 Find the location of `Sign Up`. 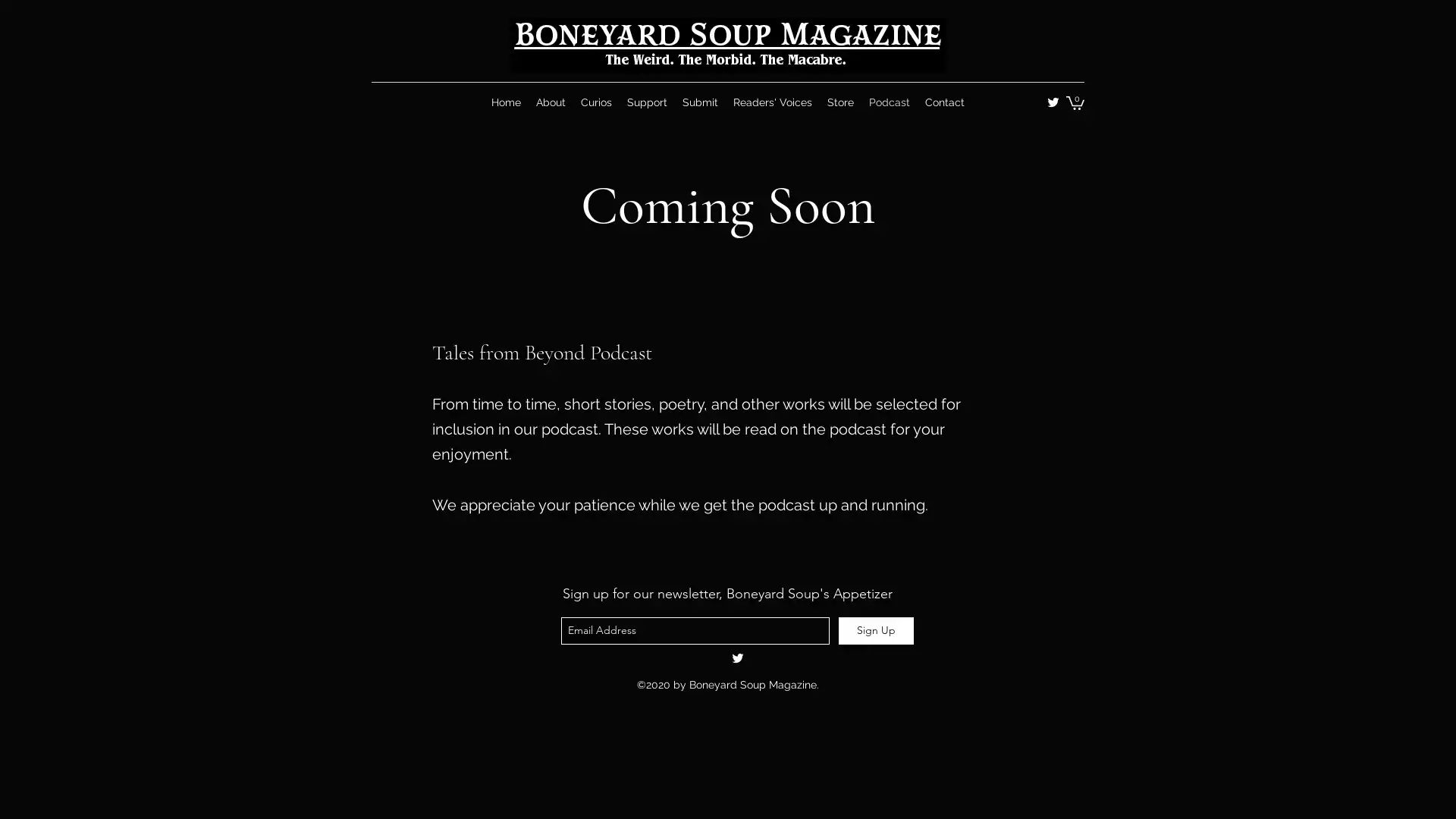

Sign Up is located at coordinates (876, 629).